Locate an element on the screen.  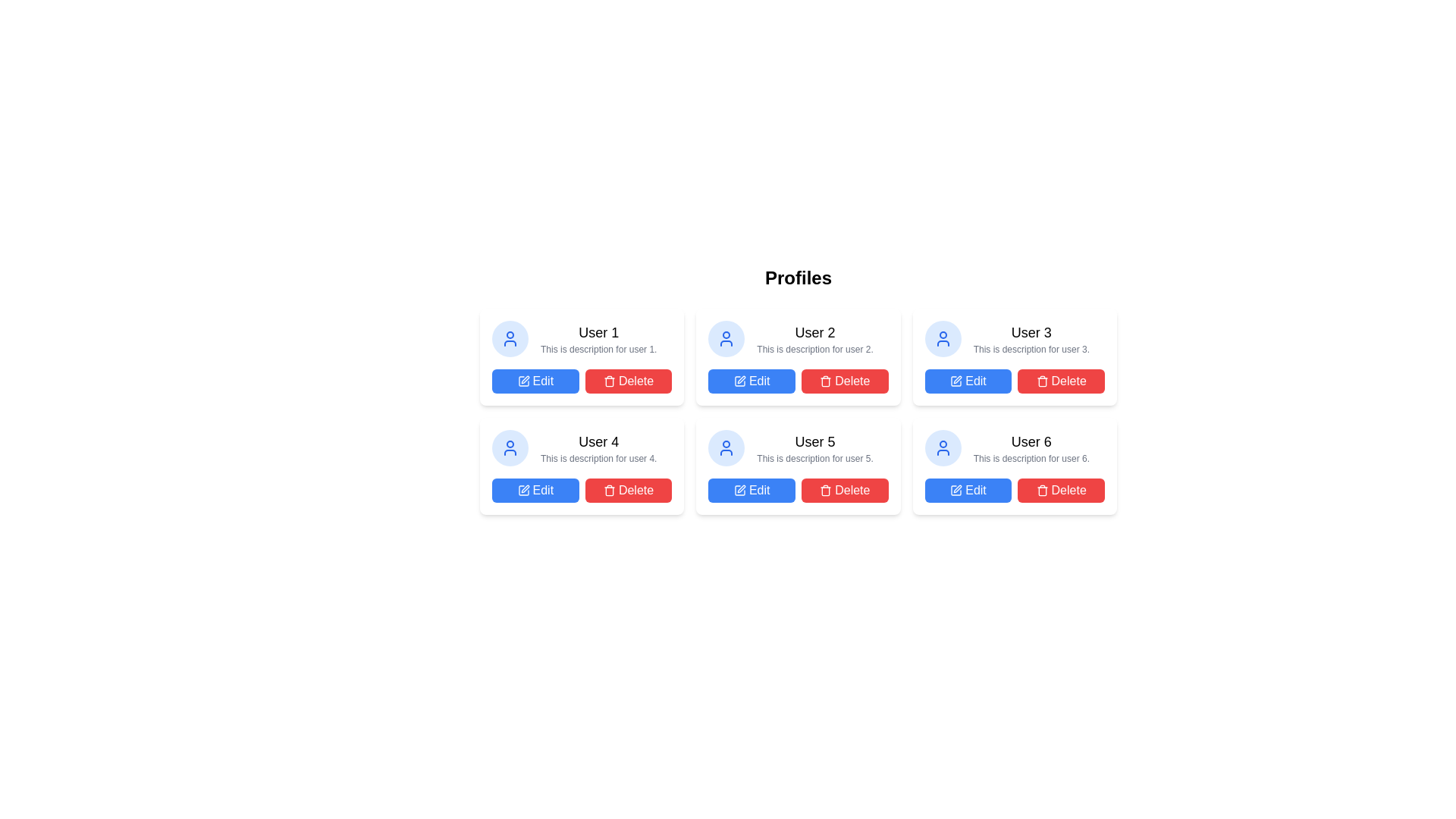
the interactive buttons for user profile 'User 5' is located at coordinates (797, 491).